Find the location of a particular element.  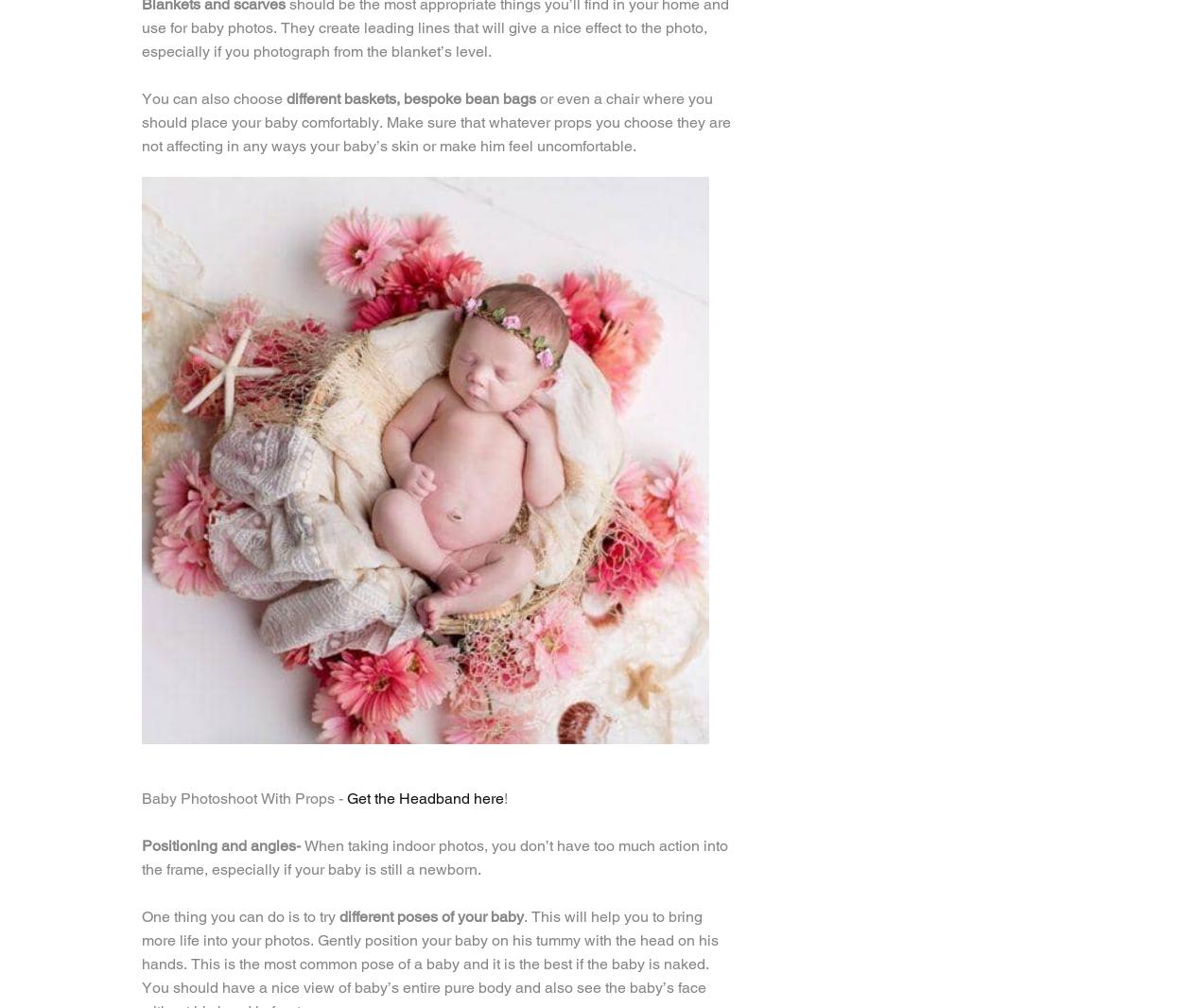

'or even a chair where you should place your baby comfortably. Make sure that whatever props you choose they are not affecting in any ways your baby’s skin or make him feel uncomfortable.' is located at coordinates (435, 121).